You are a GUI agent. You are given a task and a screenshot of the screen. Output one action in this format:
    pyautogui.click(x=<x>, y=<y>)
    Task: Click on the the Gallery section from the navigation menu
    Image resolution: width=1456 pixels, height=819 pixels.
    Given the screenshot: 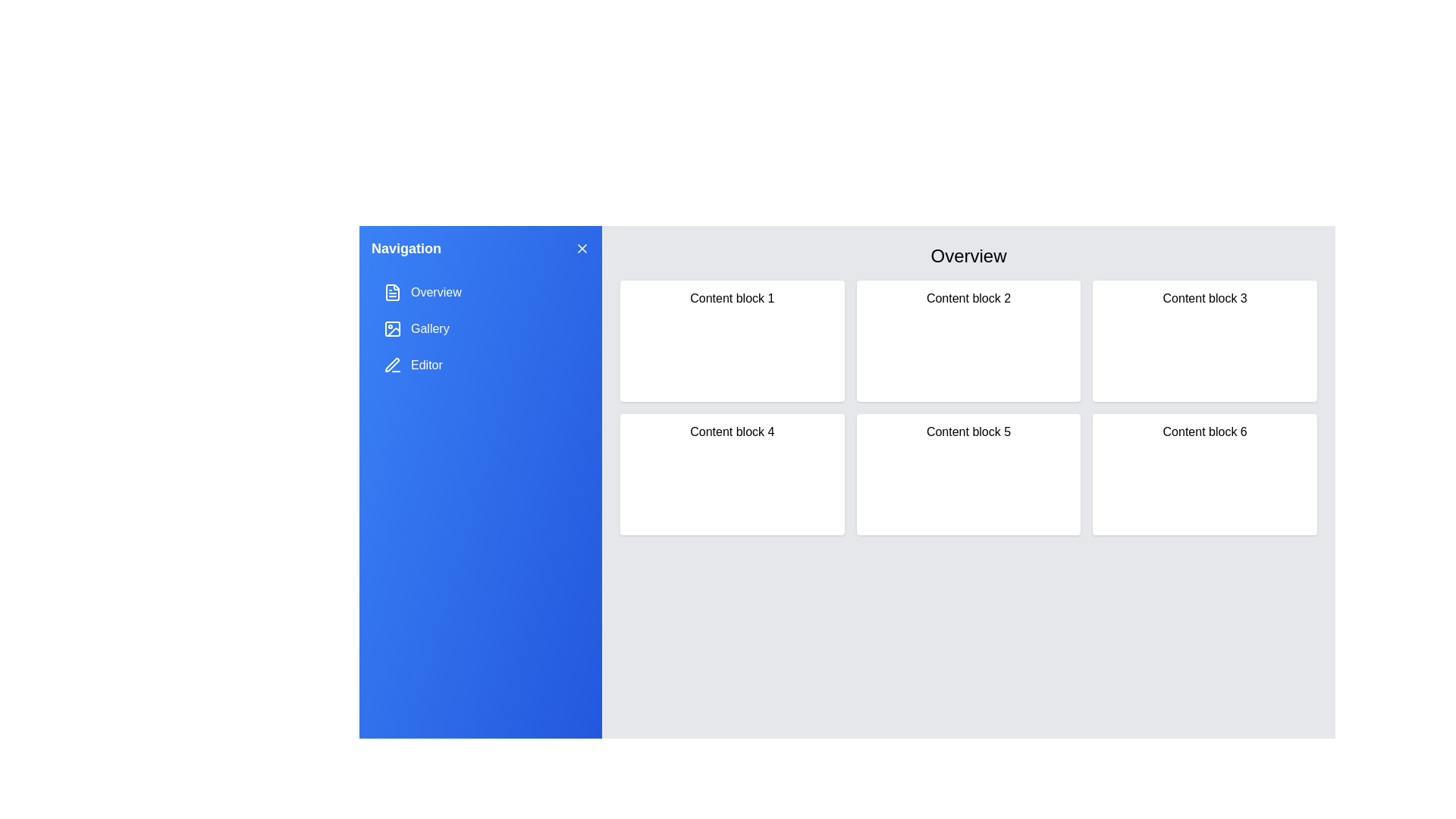 What is the action you would take?
    pyautogui.click(x=479, y=328)
    